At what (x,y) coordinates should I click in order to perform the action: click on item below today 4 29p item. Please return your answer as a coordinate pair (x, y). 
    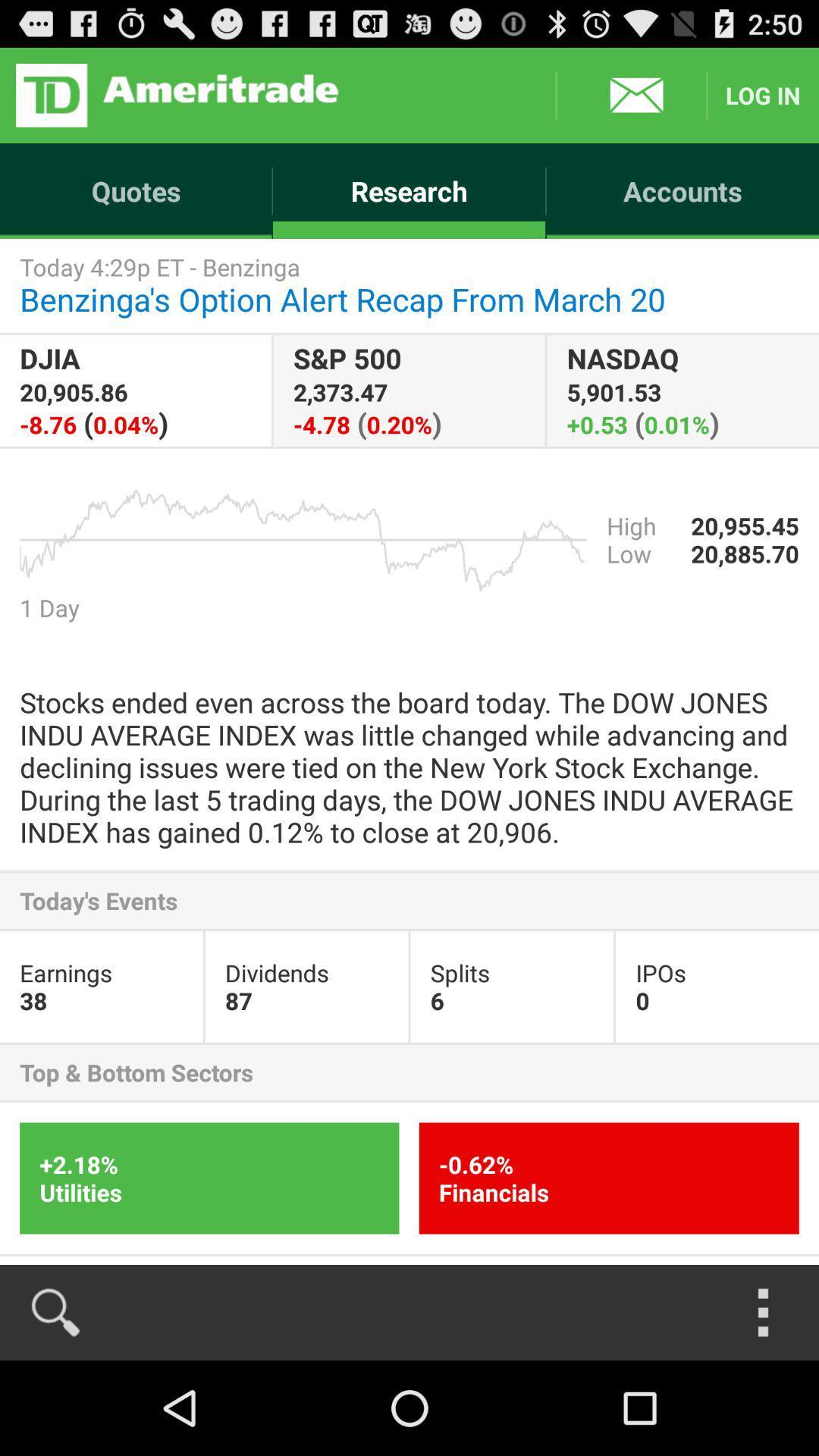
    Looking at the image, I should click on (682, 391).